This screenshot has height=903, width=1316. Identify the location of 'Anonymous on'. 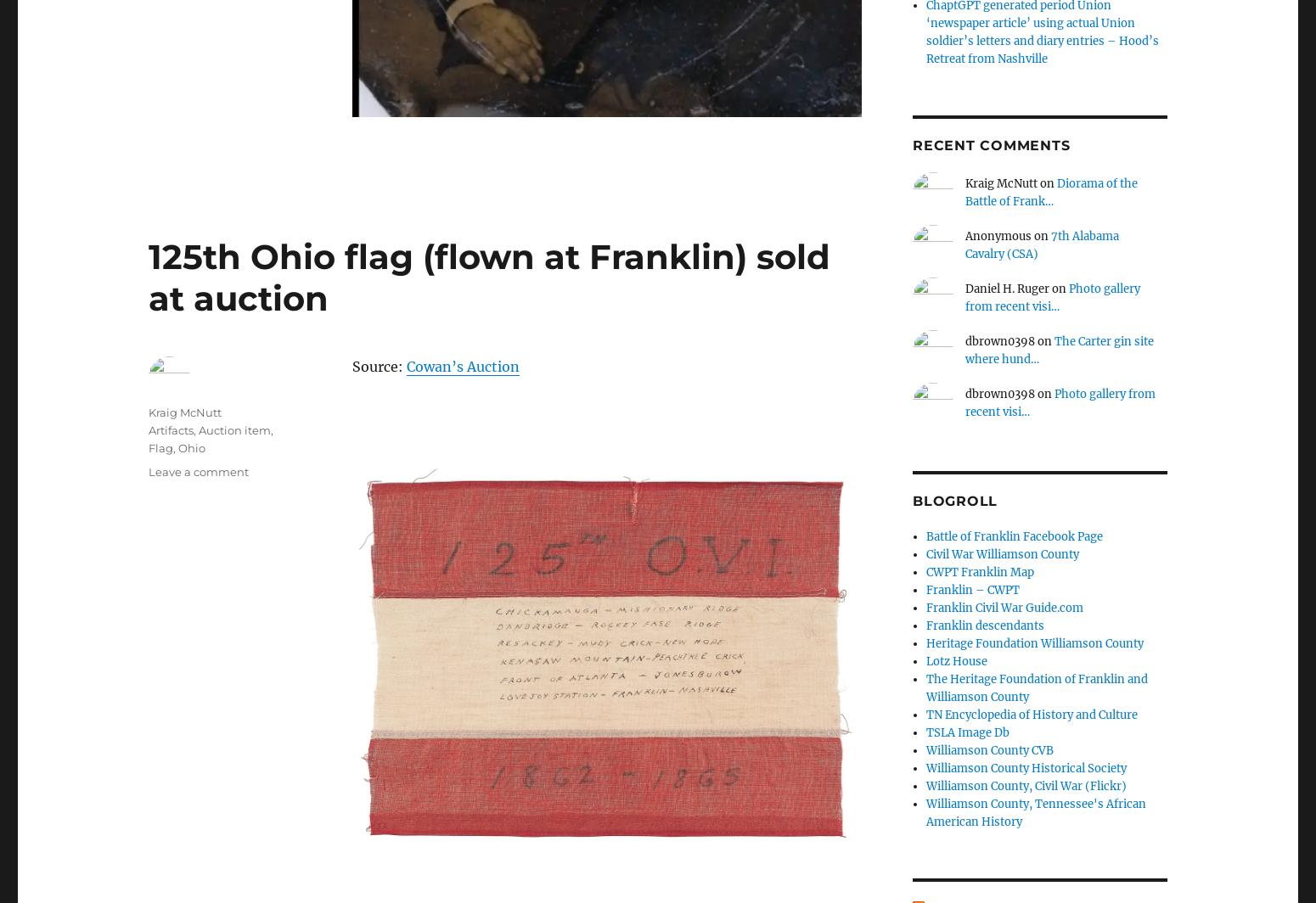
(1008, 236).